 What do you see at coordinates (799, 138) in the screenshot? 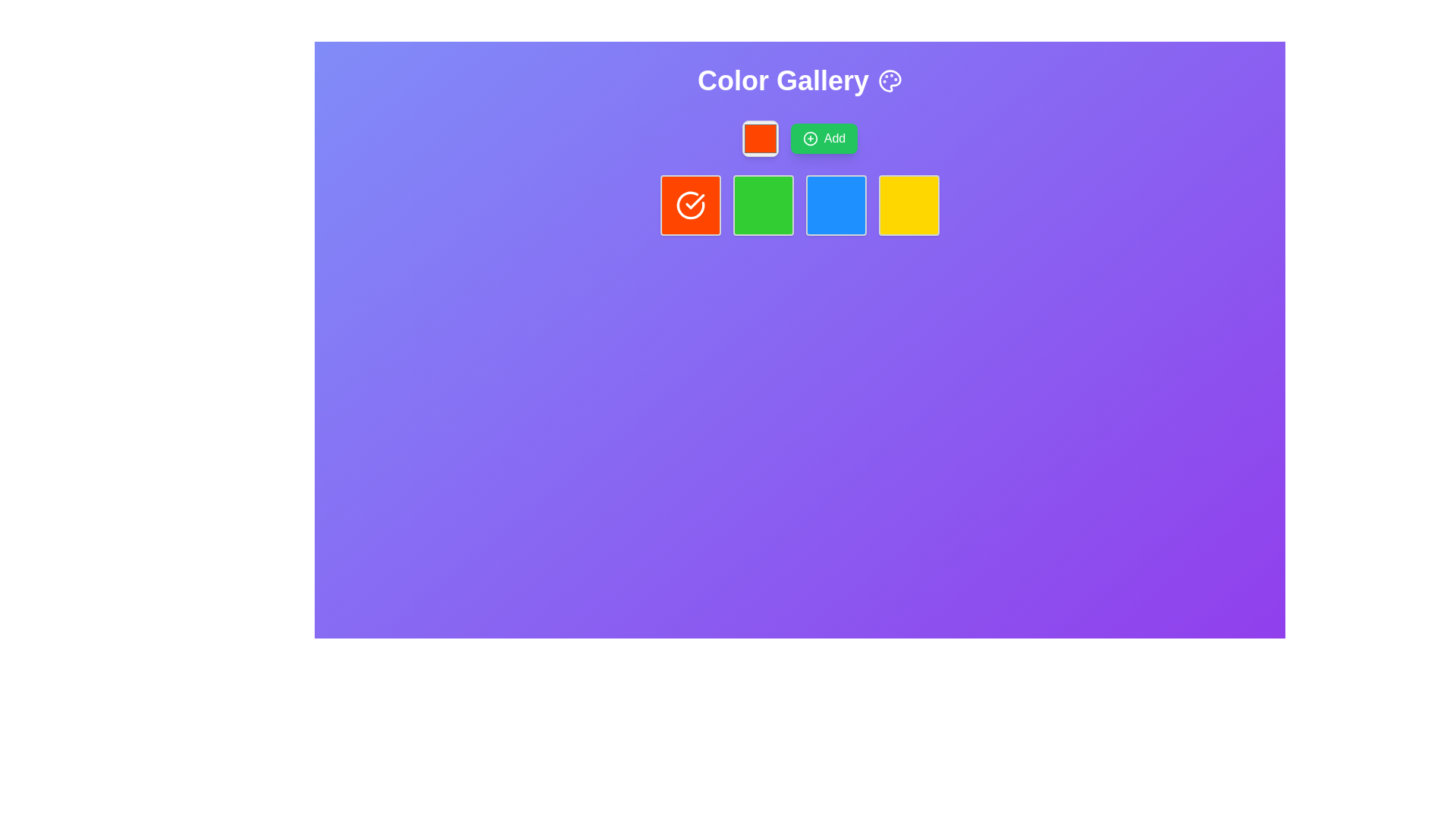
I see `the 'Add' button located below the 'Color Gallery' heading, which is the second element in its group and positioned to the right of an orange square box` at bounding box center [799, 138].